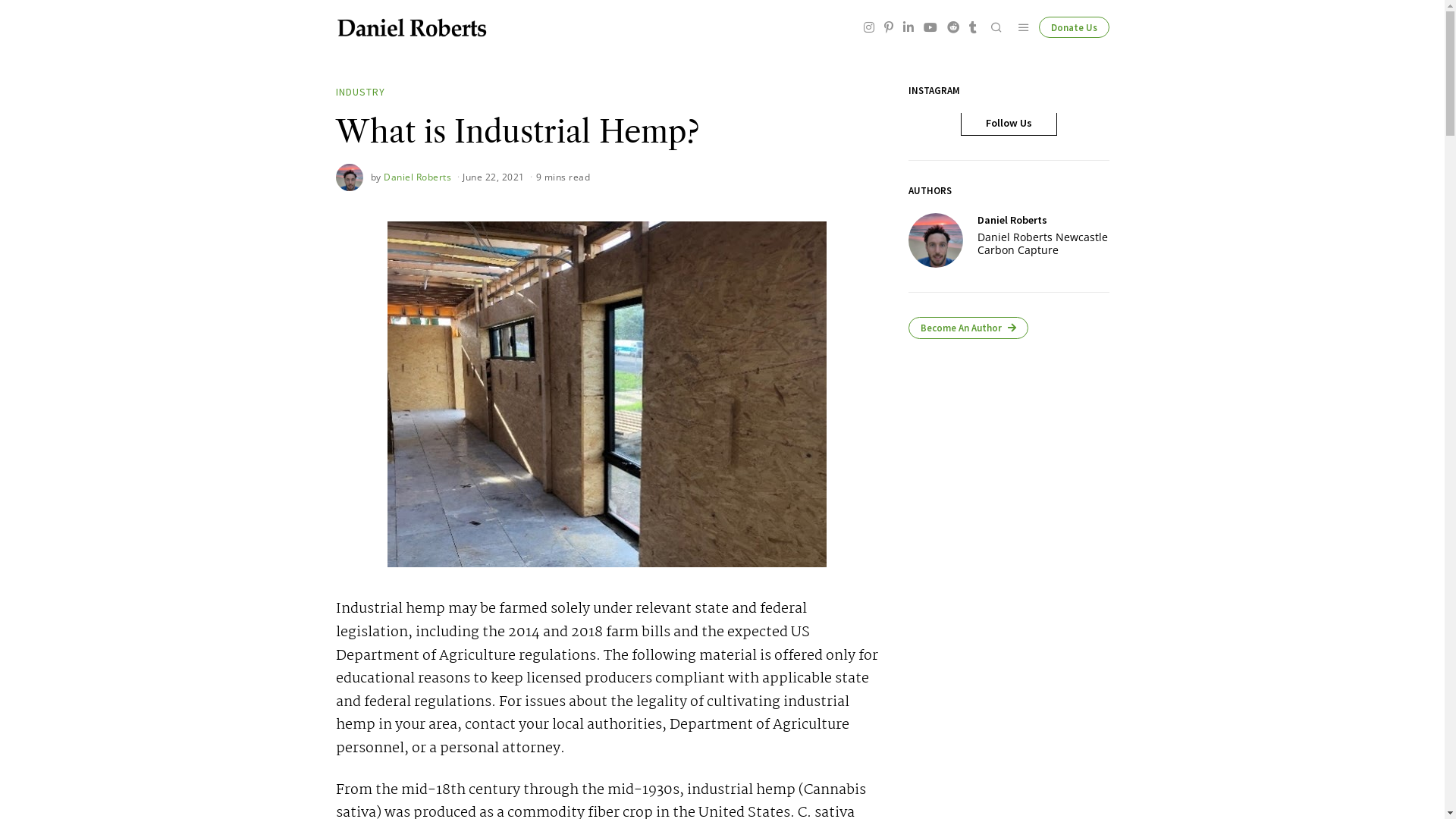  What do you see at coordinates (952, 27) in the screenshot?
I see `'Reddit'` at bounding box center [952, 27].